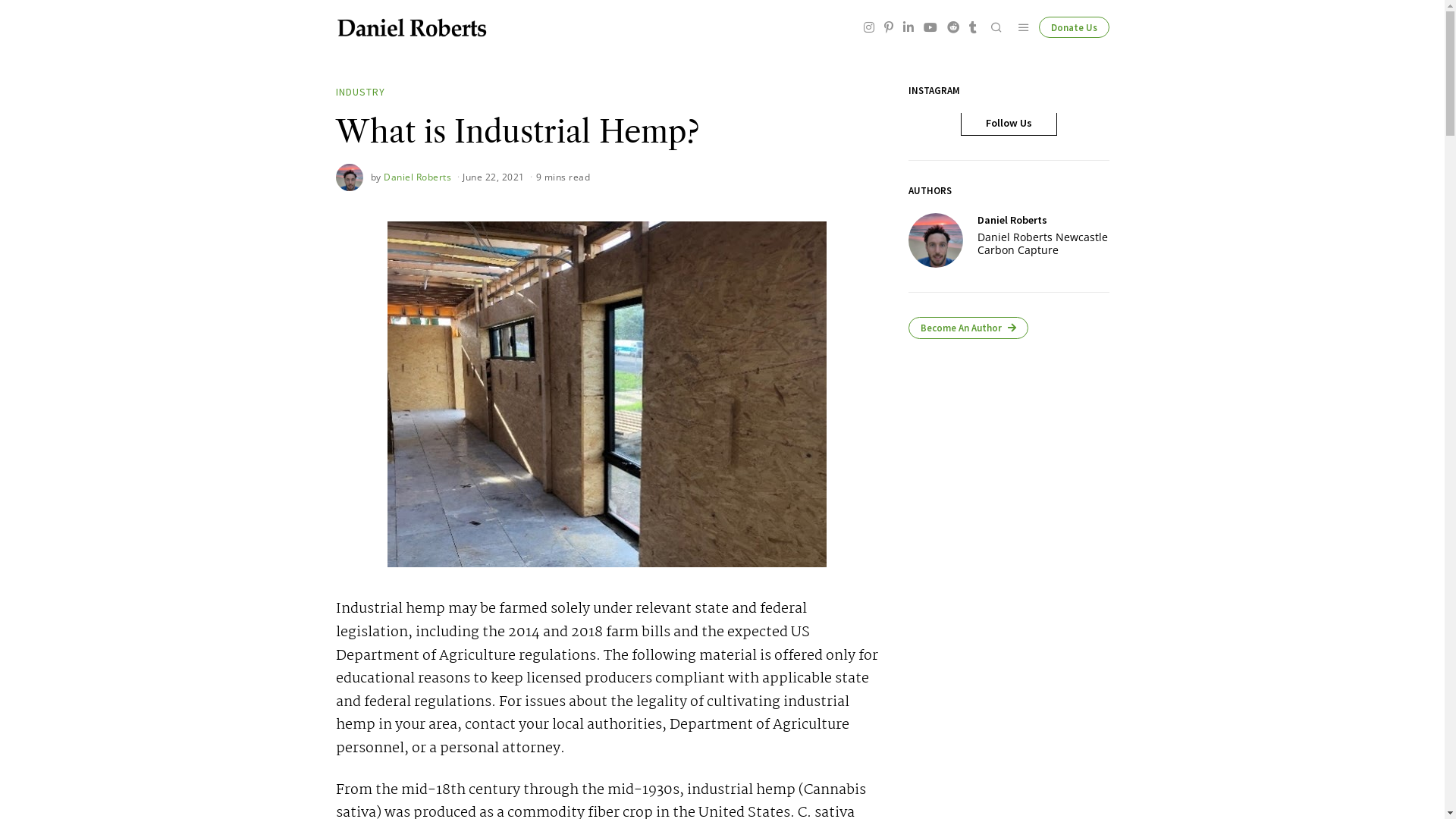  What do you see at coordinates (952, 27) in the screenshot?
I see `'Reddit'` at bounding box center [952, 27].